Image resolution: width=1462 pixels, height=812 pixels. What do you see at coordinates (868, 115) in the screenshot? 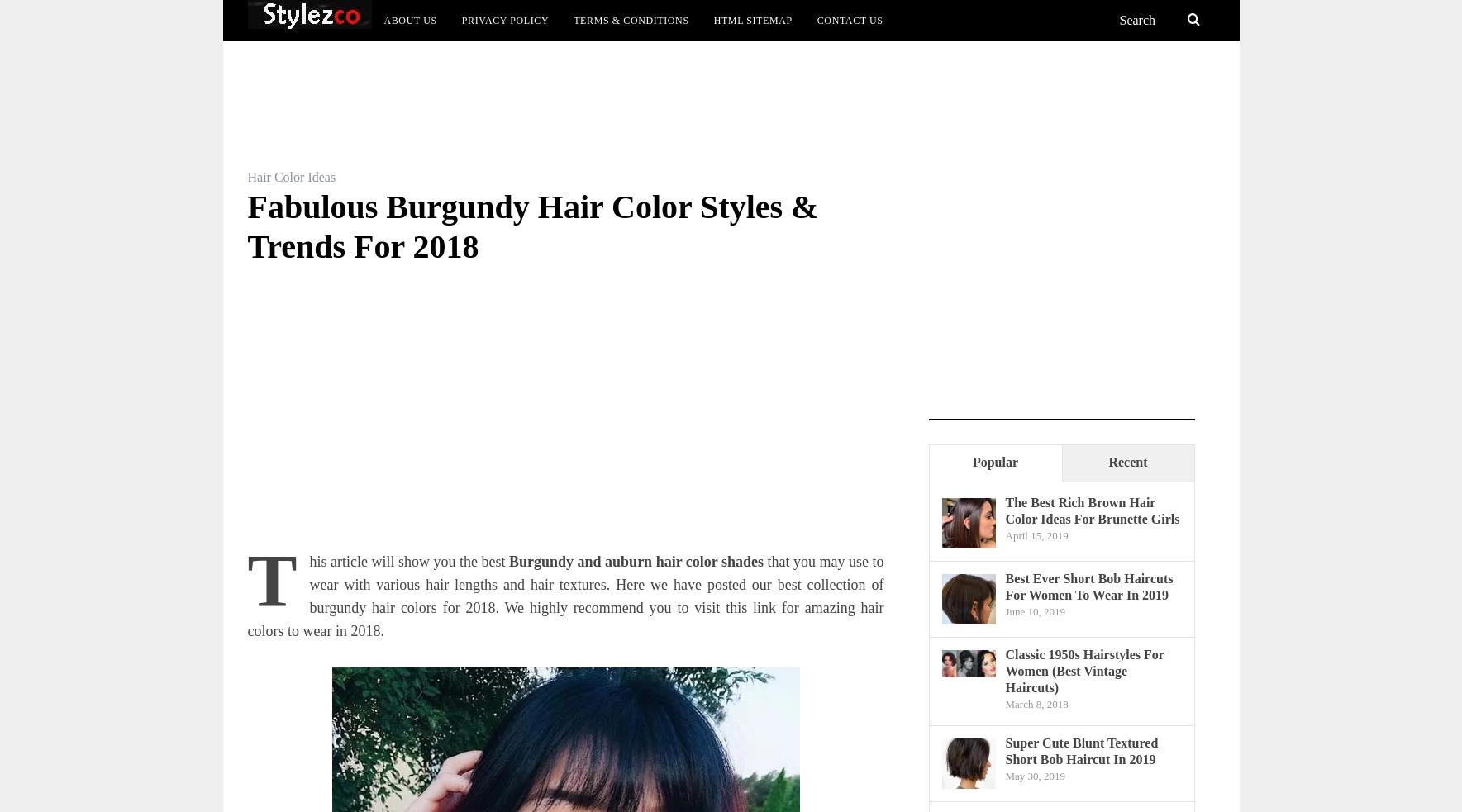
I see `'Celebrity Hairstyles'` at bounding box center [868, 115].